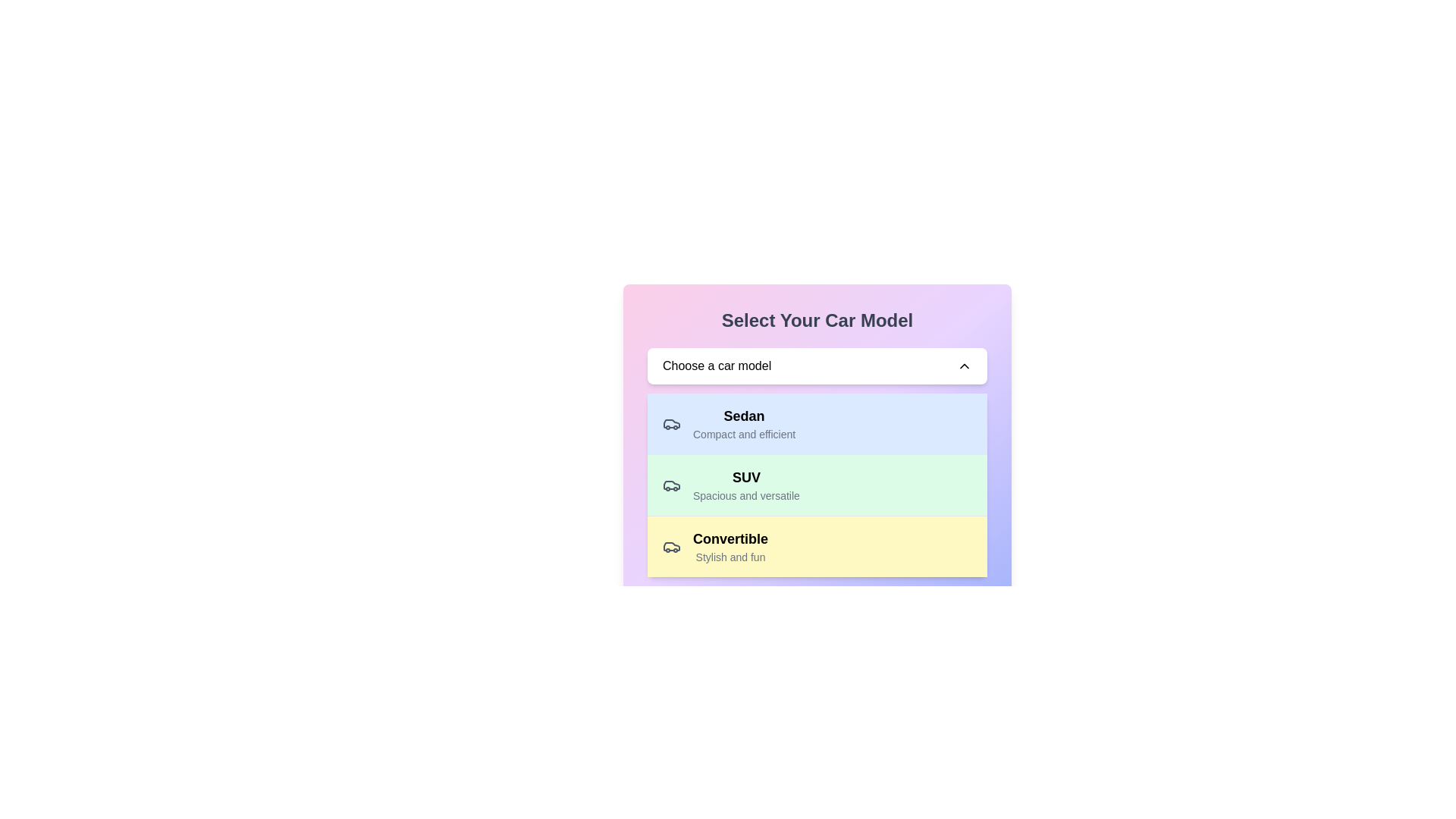 The height and width of the screenshot is (819, 1456). Describe the element at coordinates (817, 442) in the screenshot. I see `the Panel with a gradient background transitioning from pink to purple to indigo, which contains a title, dropdown selector, and selectable options` at that location.